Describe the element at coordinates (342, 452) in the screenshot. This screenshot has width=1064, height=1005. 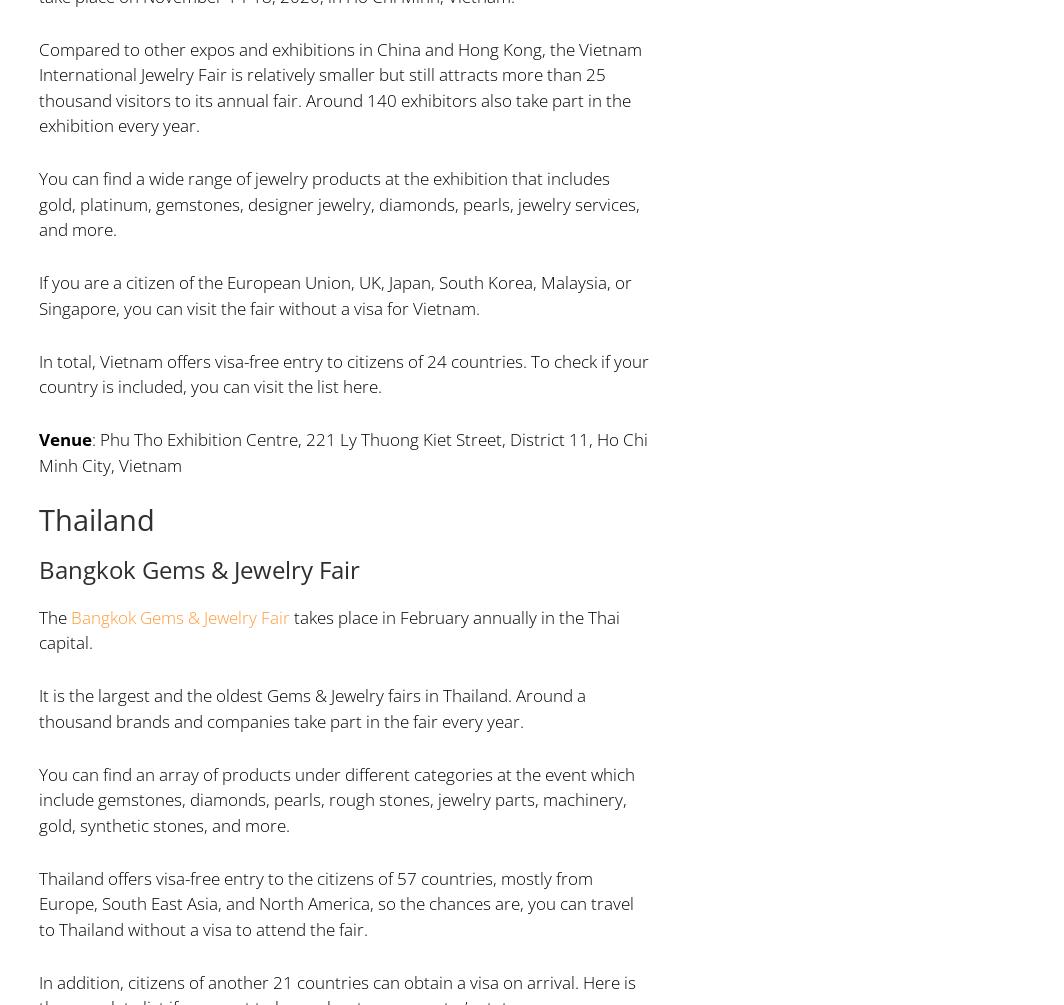
I see `': Phu Tho Exhibition Centre, 221 Ly Thuong Kiet Street, District 11, Ho Chi Minh City, Vietnam'` at that location.